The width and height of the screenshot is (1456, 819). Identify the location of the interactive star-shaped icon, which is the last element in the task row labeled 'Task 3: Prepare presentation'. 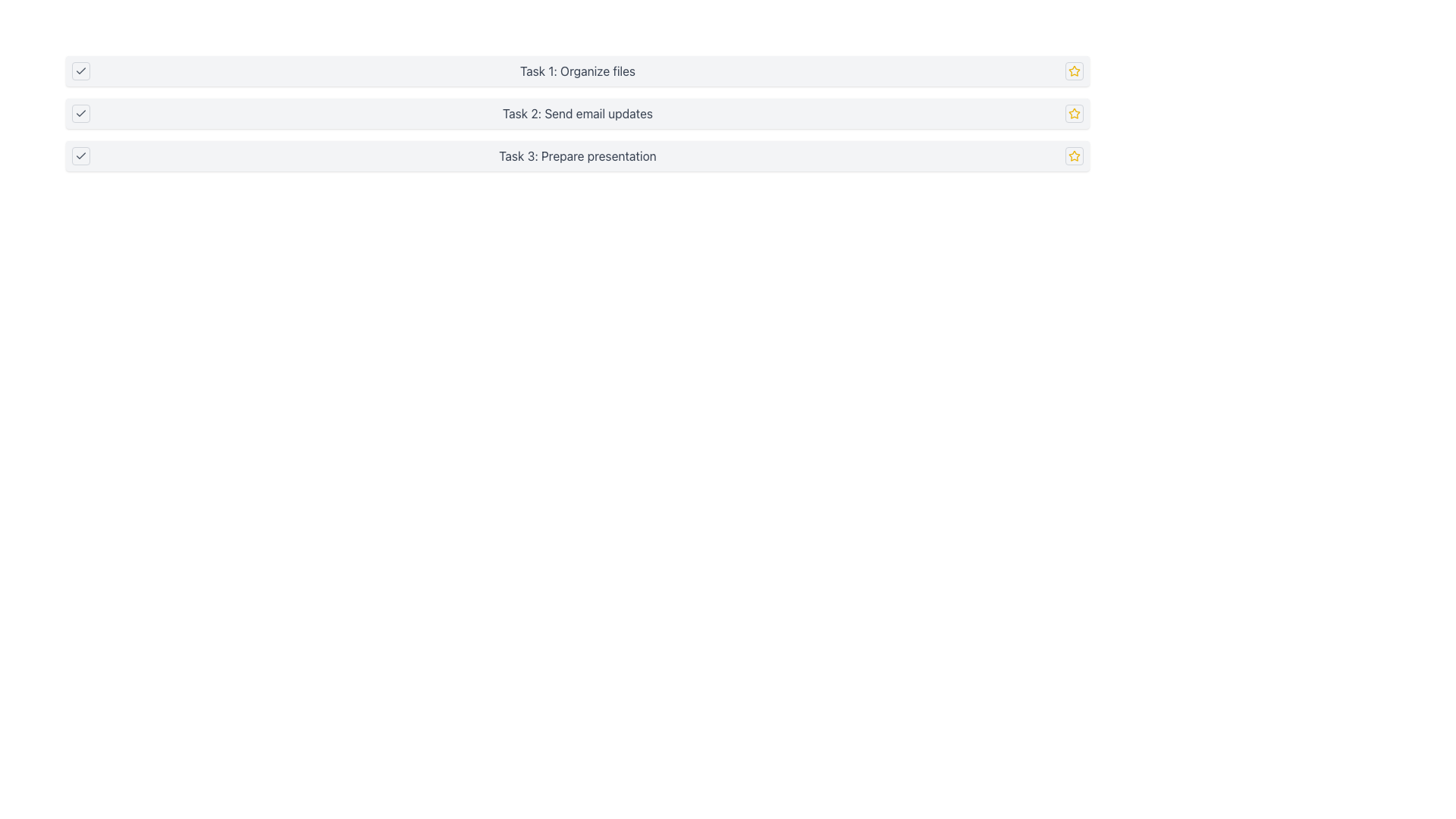
(1073, 155).